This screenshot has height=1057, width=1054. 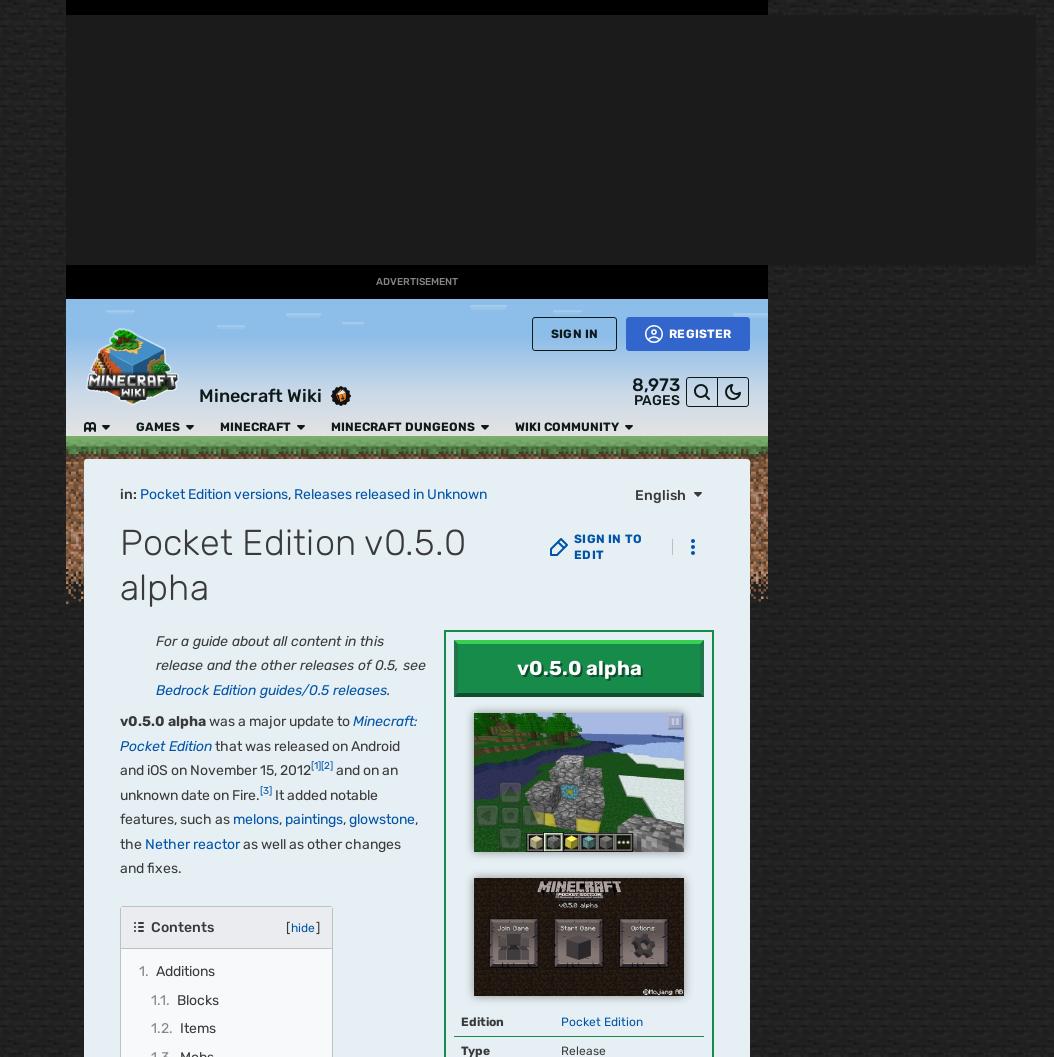 I want to click on 'Movies', so click(x=32, y=428).